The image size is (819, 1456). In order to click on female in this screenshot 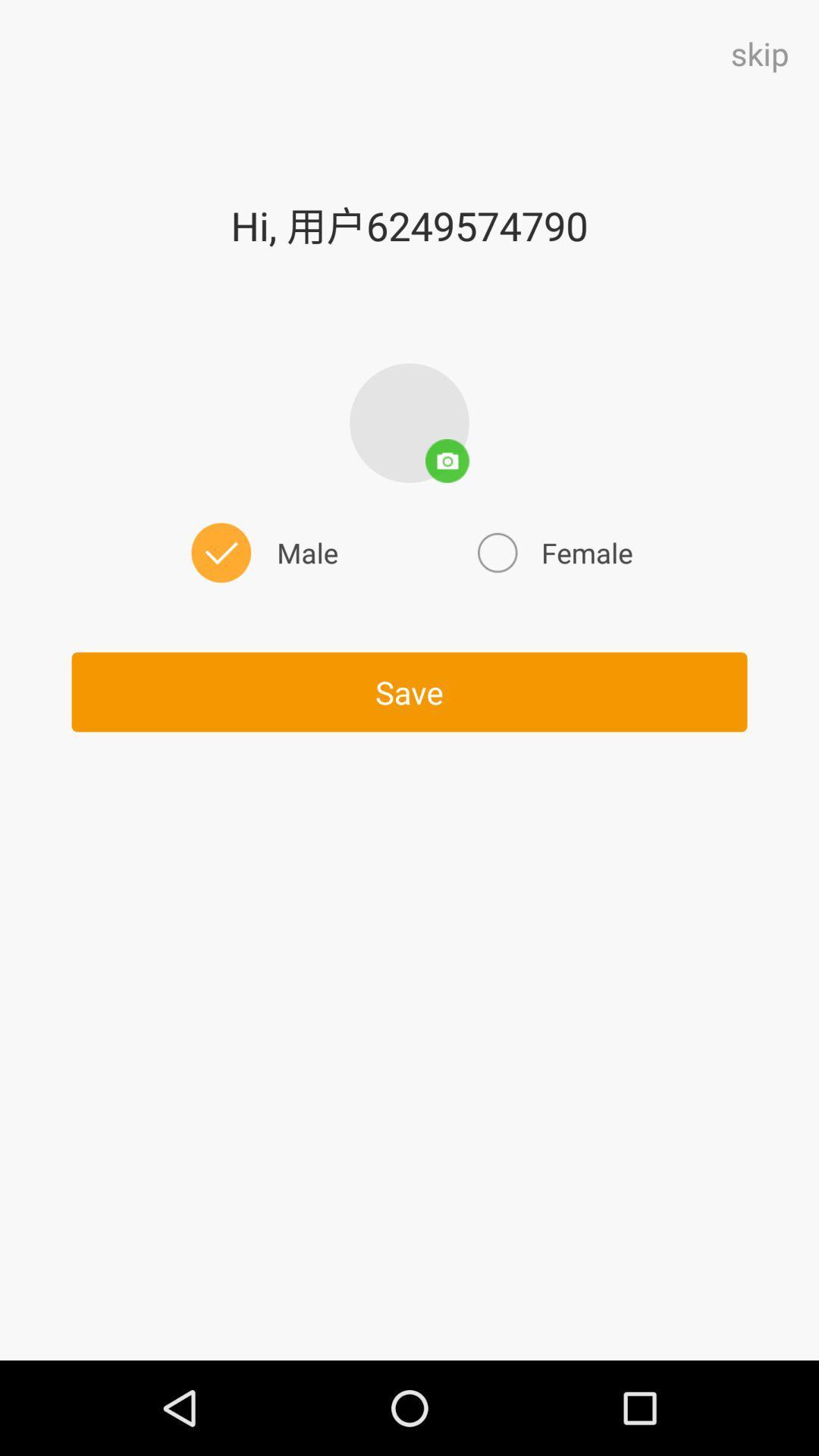, I will do `click(553, 552)`.